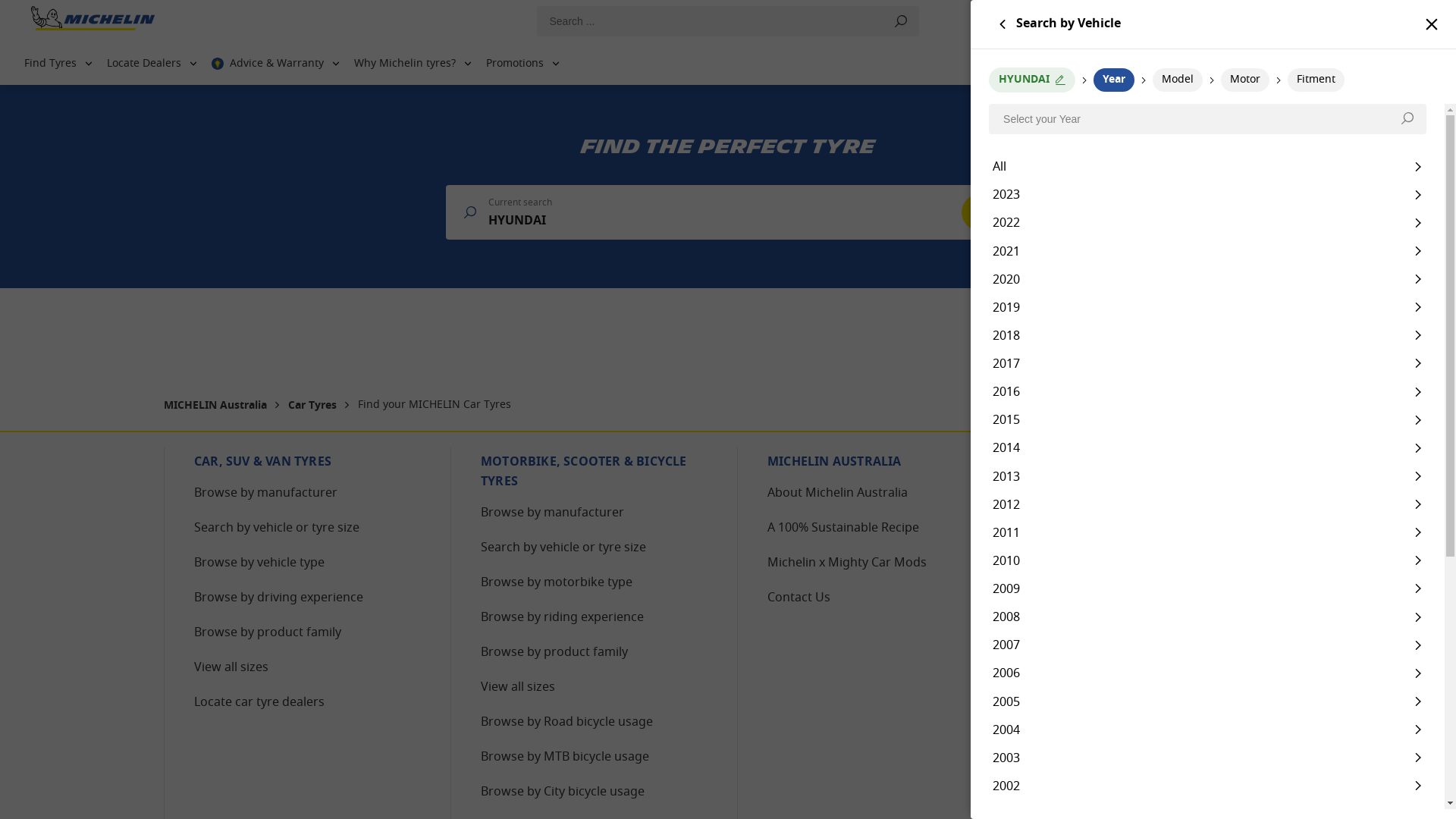 The height and width of the screenshot is (819, 1456). I want to click on 'Browse by driving experience', so click(278, 598).